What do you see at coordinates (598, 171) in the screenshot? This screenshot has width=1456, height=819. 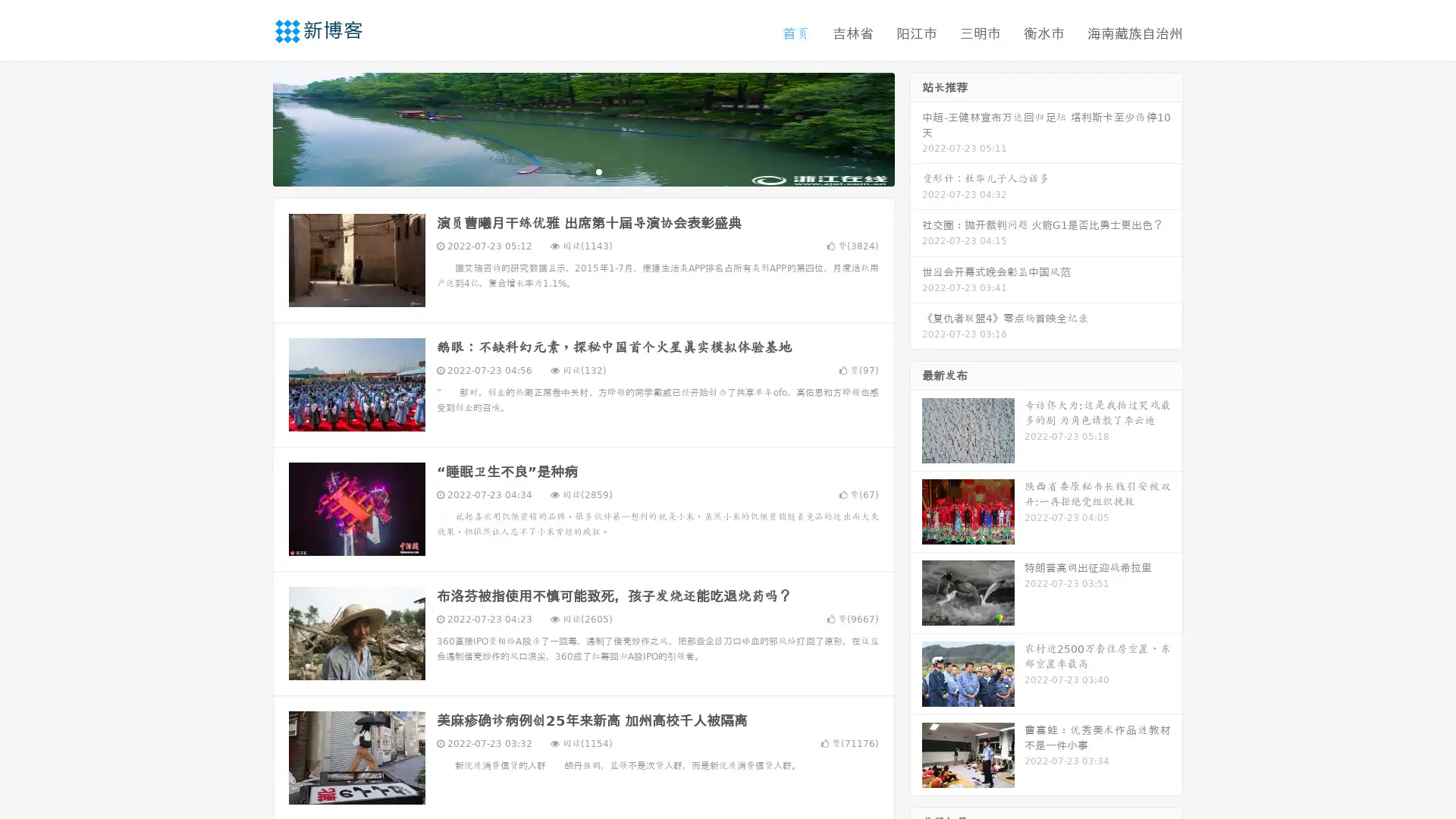 I see `Go to slide 3` at bounding box center [598, 171].